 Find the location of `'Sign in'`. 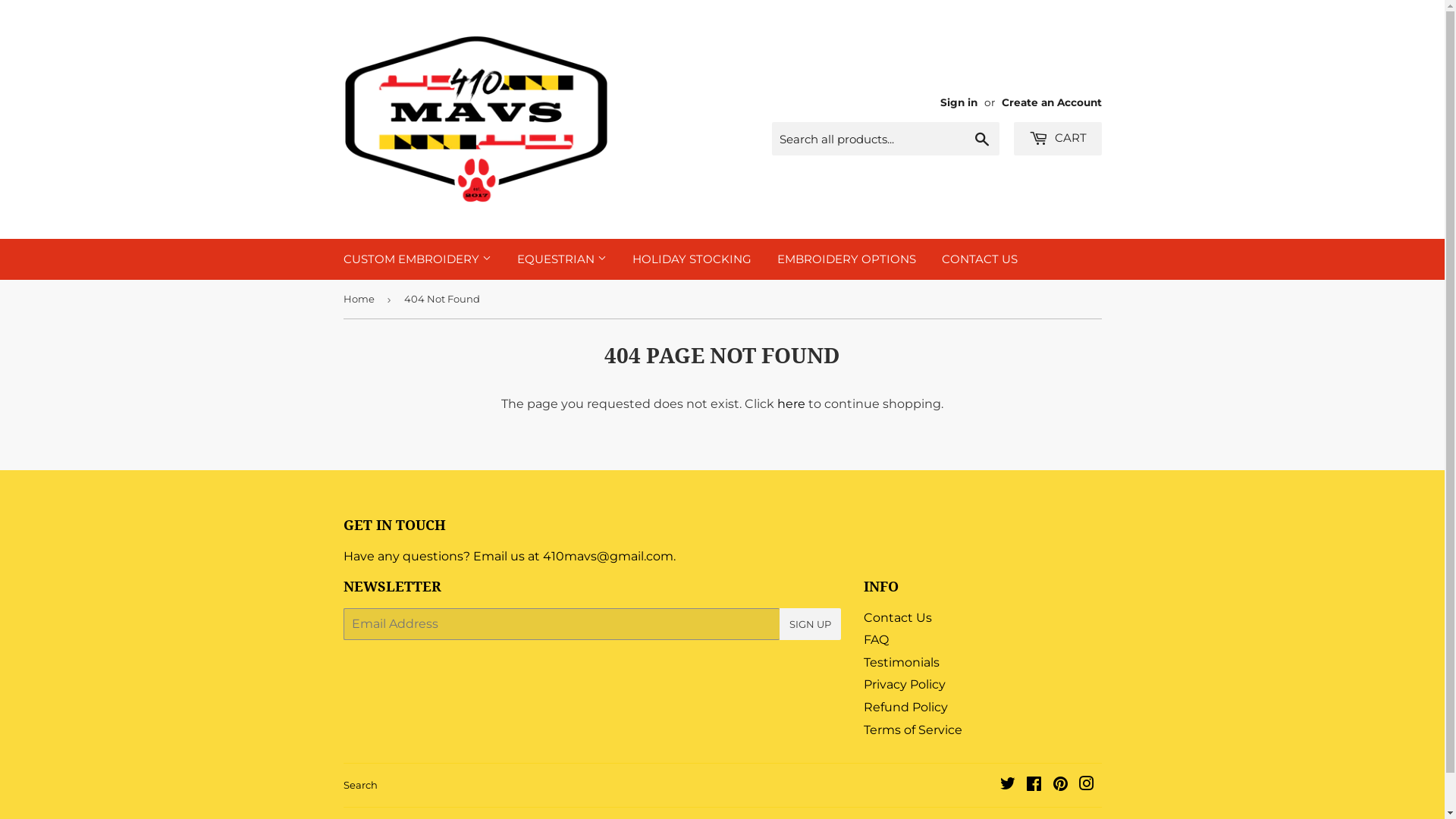

'Sign in' is located at coordinates (958, 102).